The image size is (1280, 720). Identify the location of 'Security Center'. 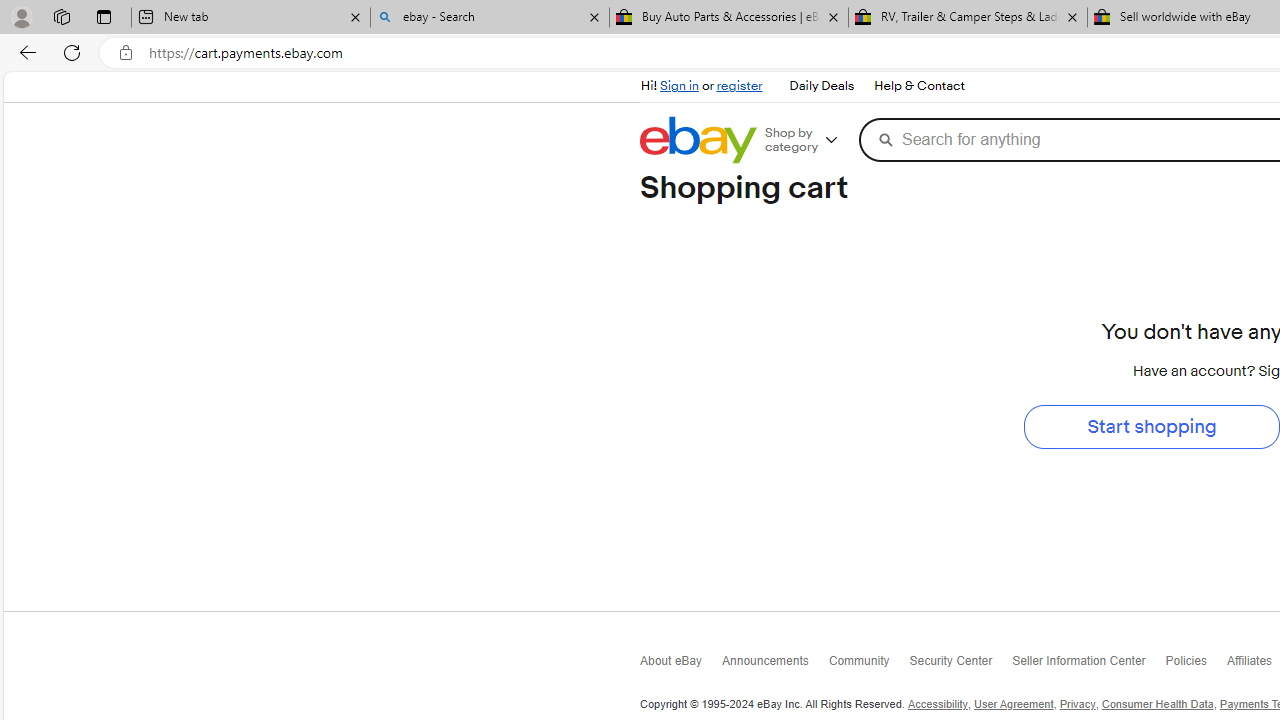
(960, 666).